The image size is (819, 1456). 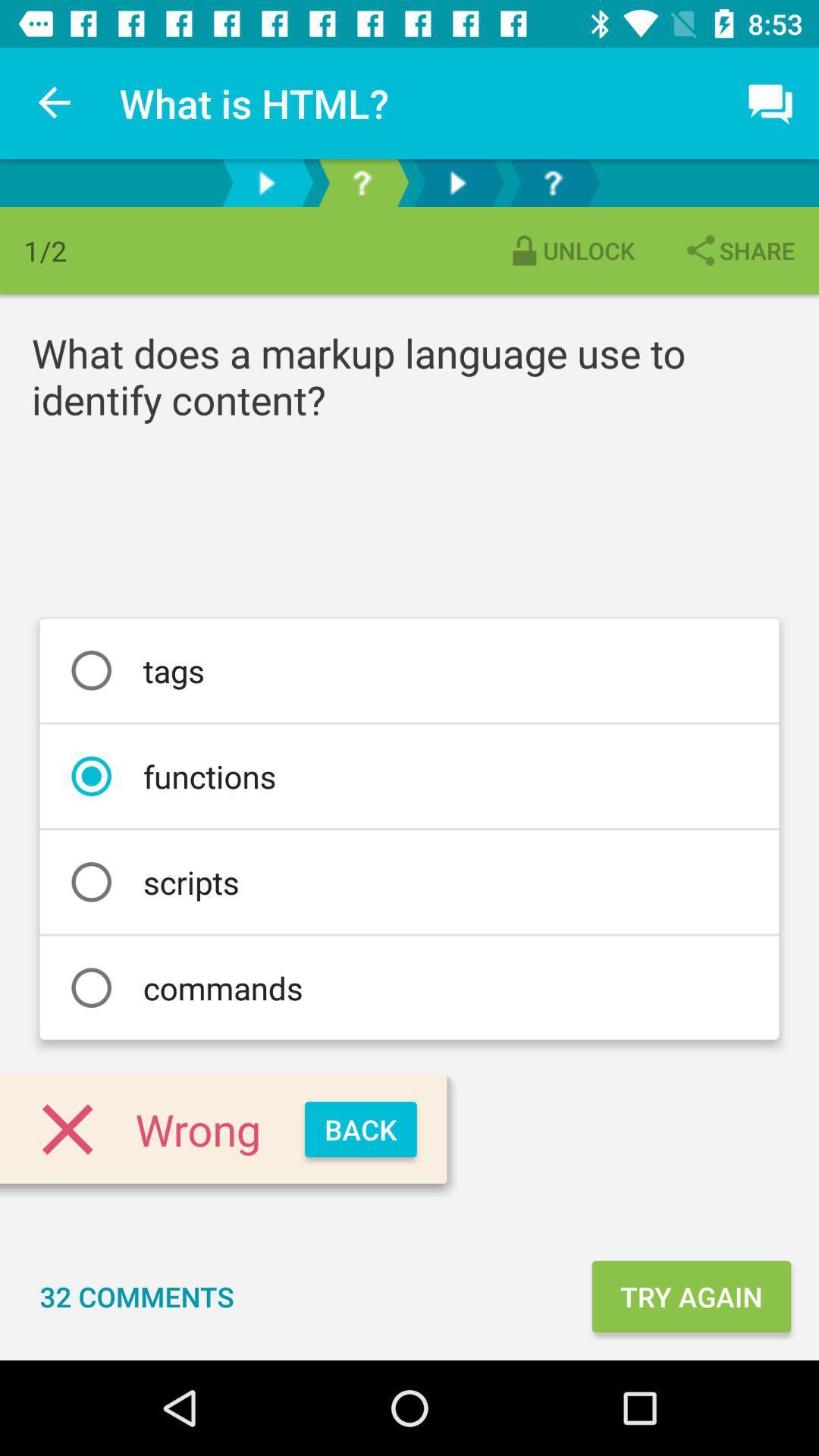 What do you see at coordinates (738, 250) in the screenshot?
I see `the item to the right of unlock item` at bounding box center [738, 250].